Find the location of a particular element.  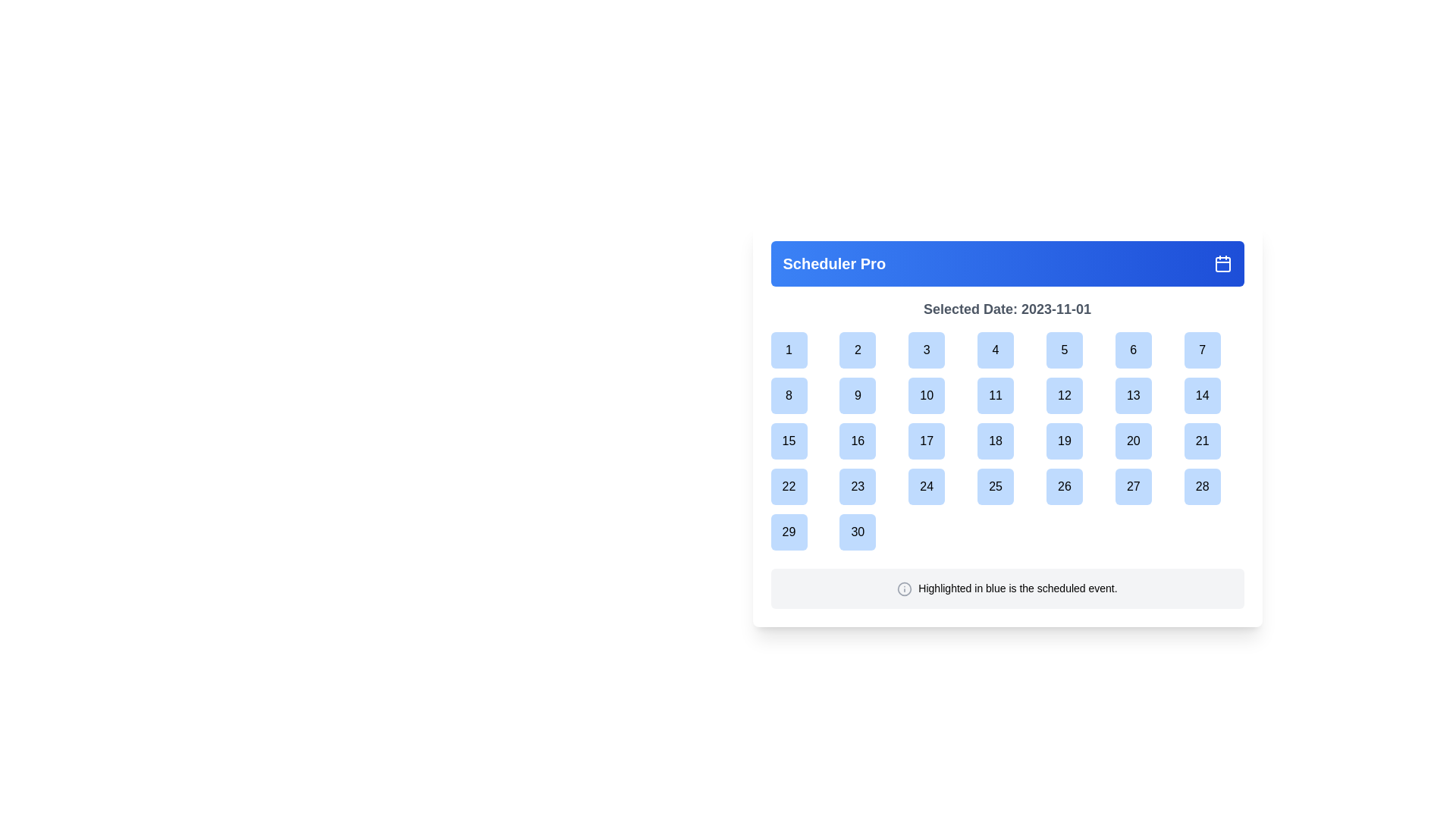

the button representing the 24th day in the bottom row of the calendar date grid is located at coordinates (937, 486).